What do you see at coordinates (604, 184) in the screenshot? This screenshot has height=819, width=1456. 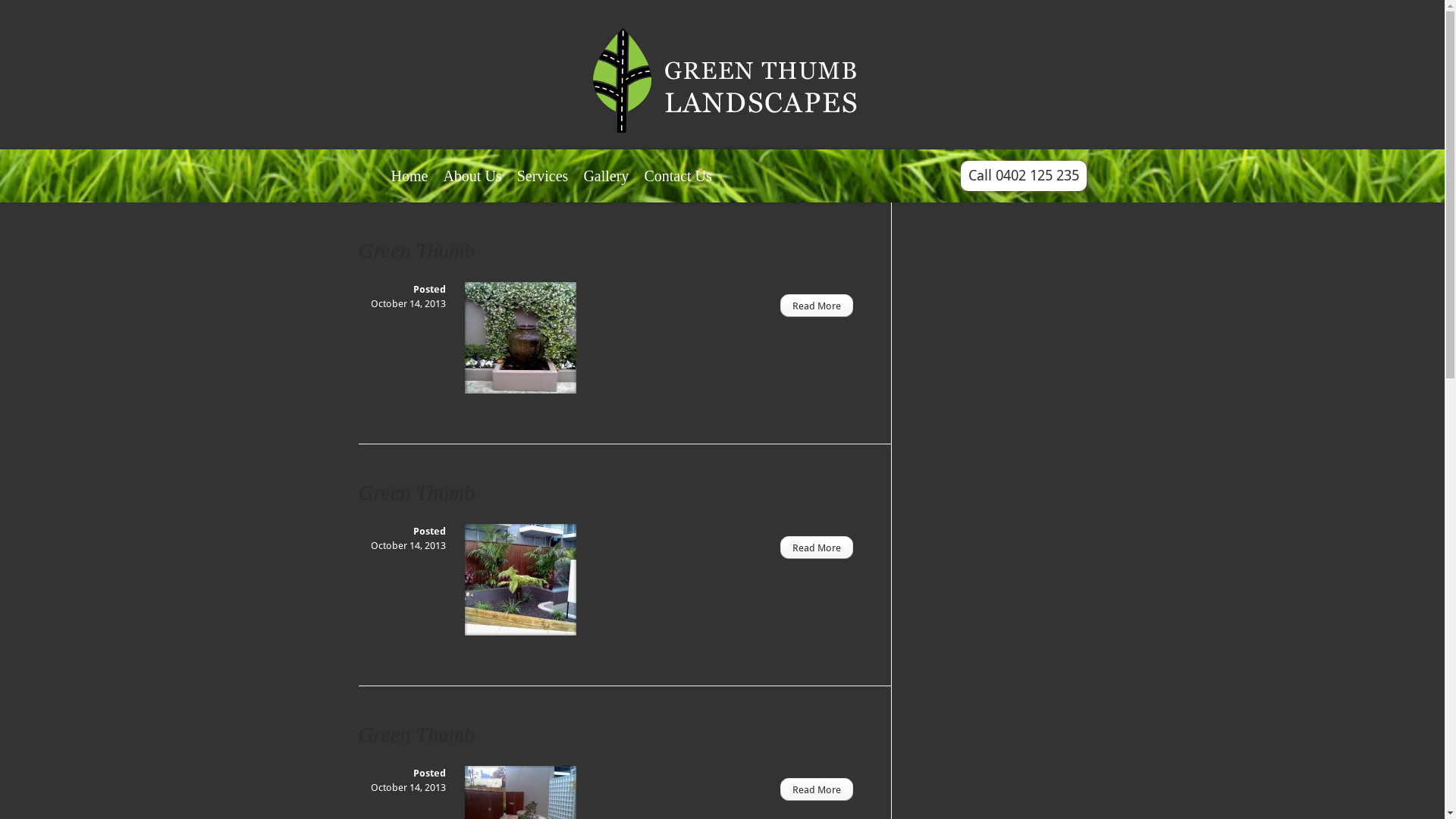 I see `'Gallery'` at bounding box center [604, 184].